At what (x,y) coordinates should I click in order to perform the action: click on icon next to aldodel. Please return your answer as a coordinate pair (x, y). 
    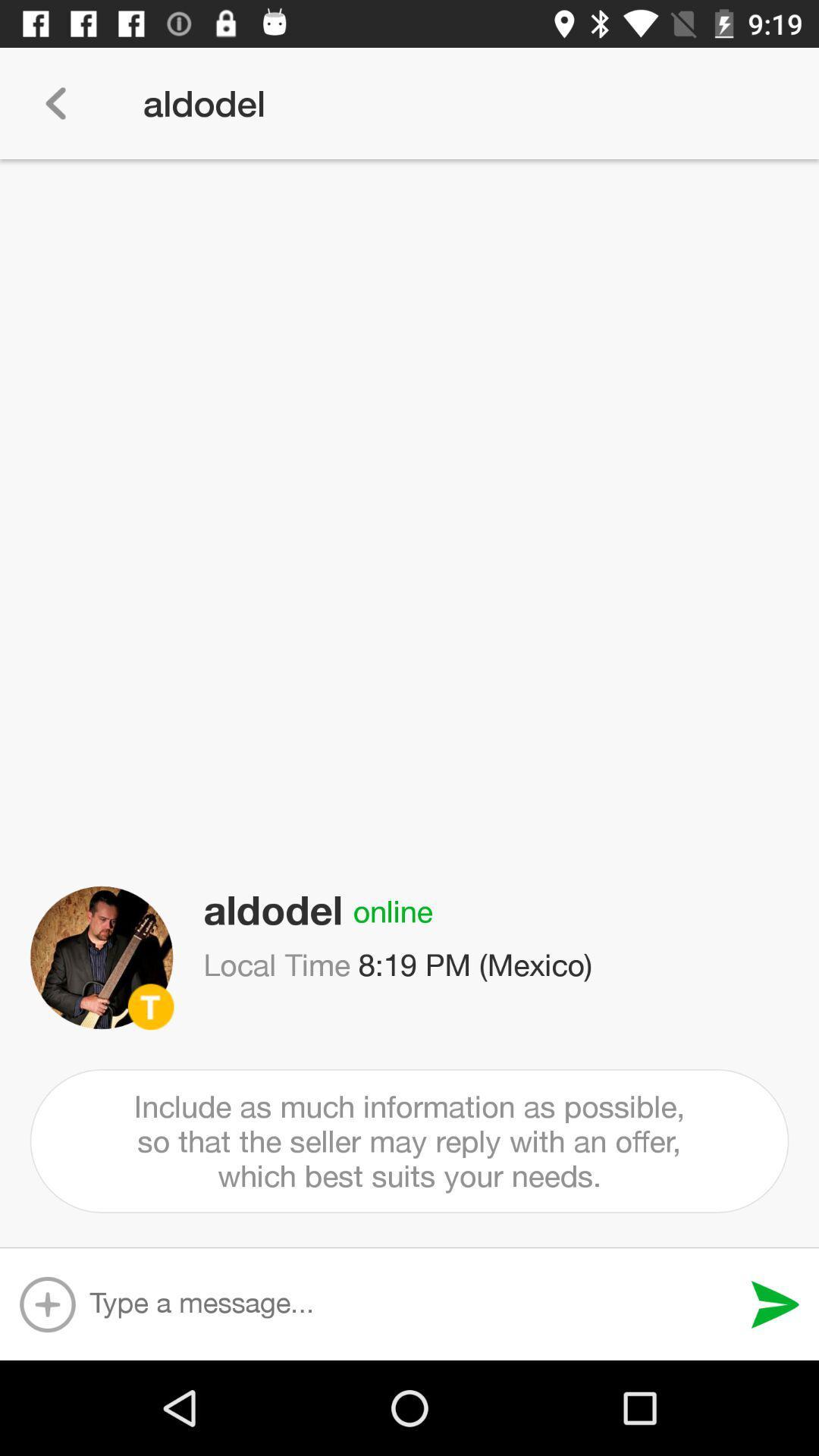
    Looking at the image, I should click on (55, 102).